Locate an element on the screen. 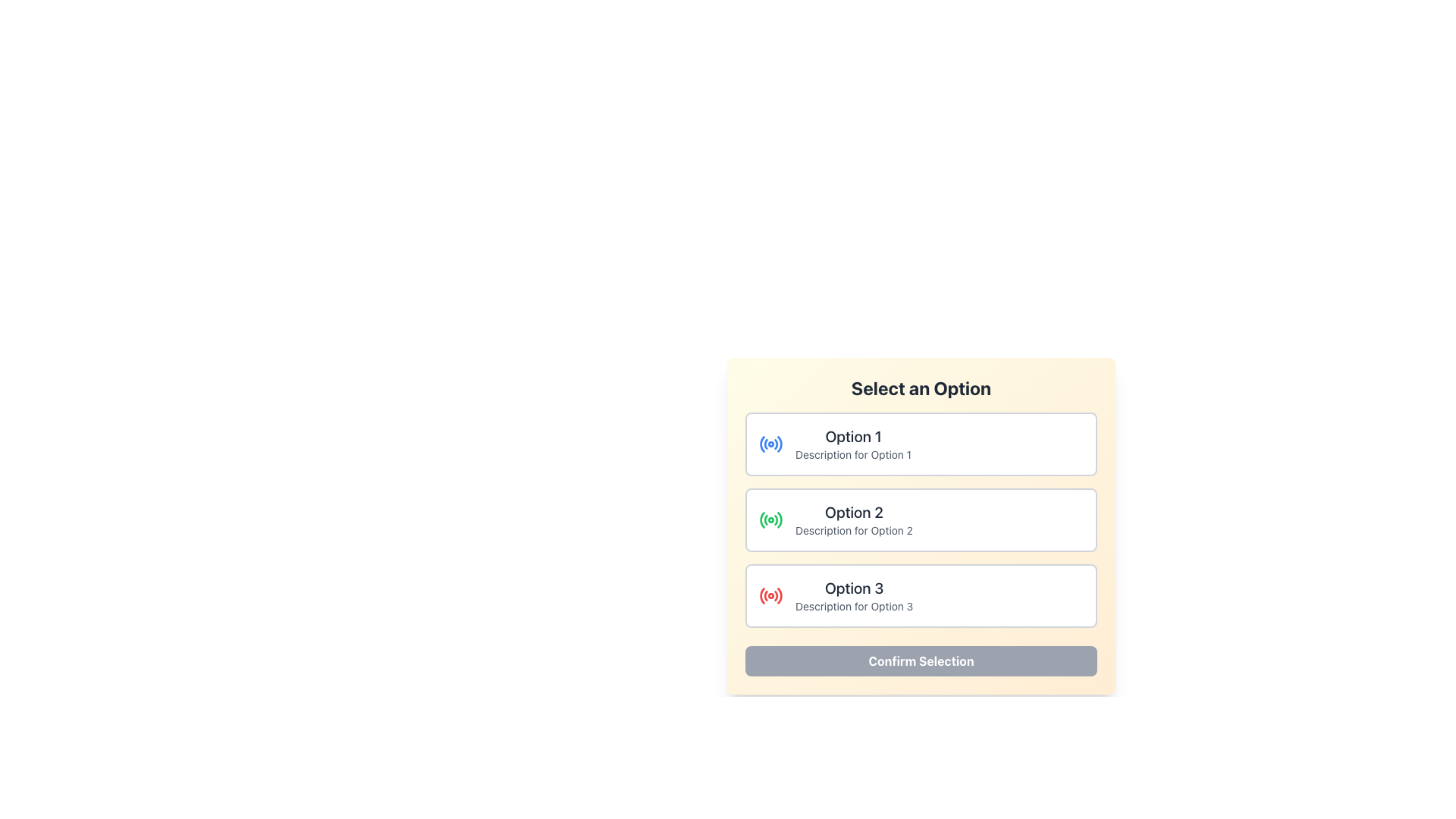 This screenshot has height=819, width=1456. the fifth SVG icon element that depicts a circular radio-like shape, which is part of the second option's row in the interface, centered to the left of 'Option 2' is located at coordinates (780, 519).